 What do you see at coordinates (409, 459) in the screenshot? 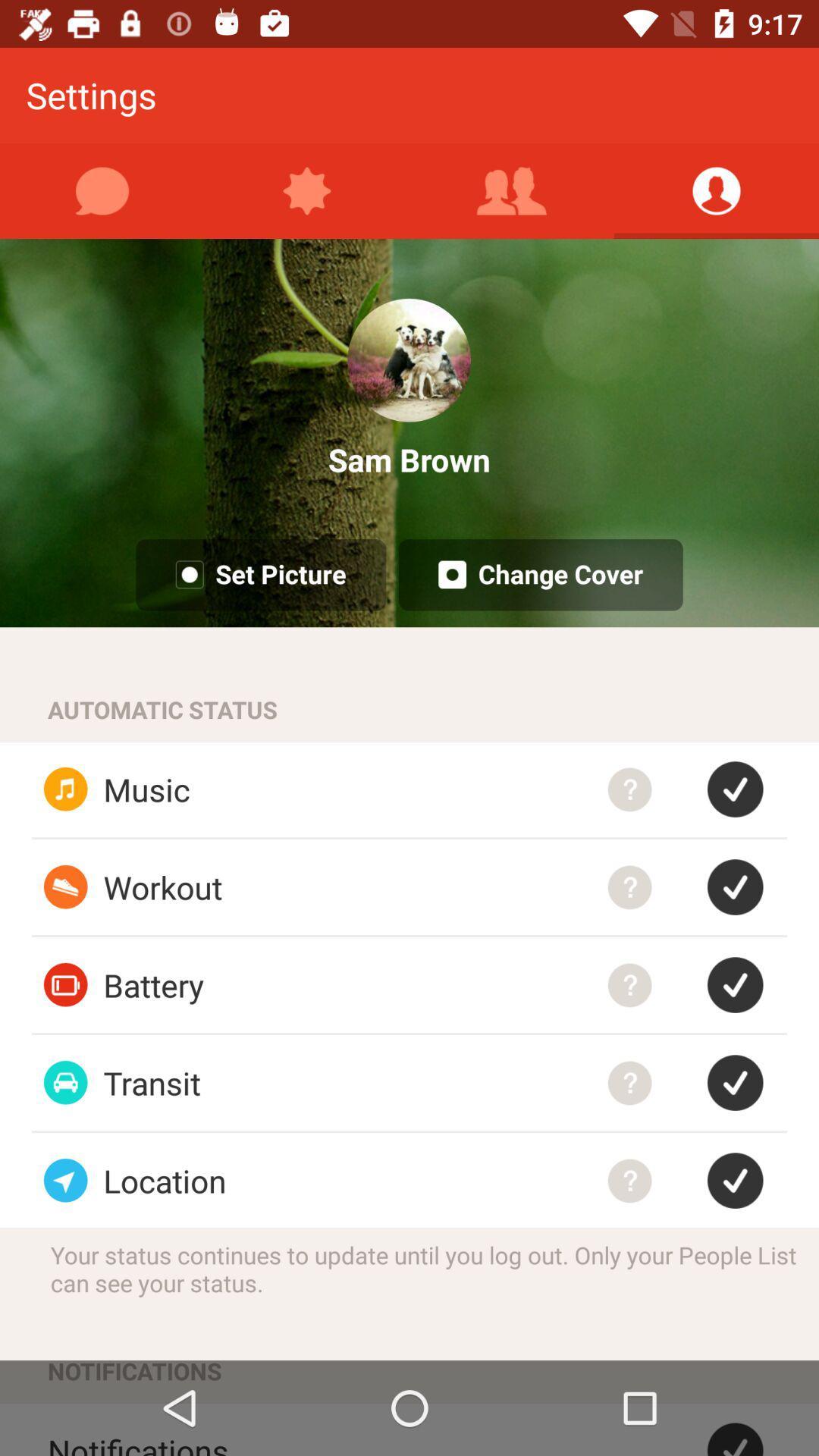
I see `the name below the image on the page` at bounding box center [409, 459].